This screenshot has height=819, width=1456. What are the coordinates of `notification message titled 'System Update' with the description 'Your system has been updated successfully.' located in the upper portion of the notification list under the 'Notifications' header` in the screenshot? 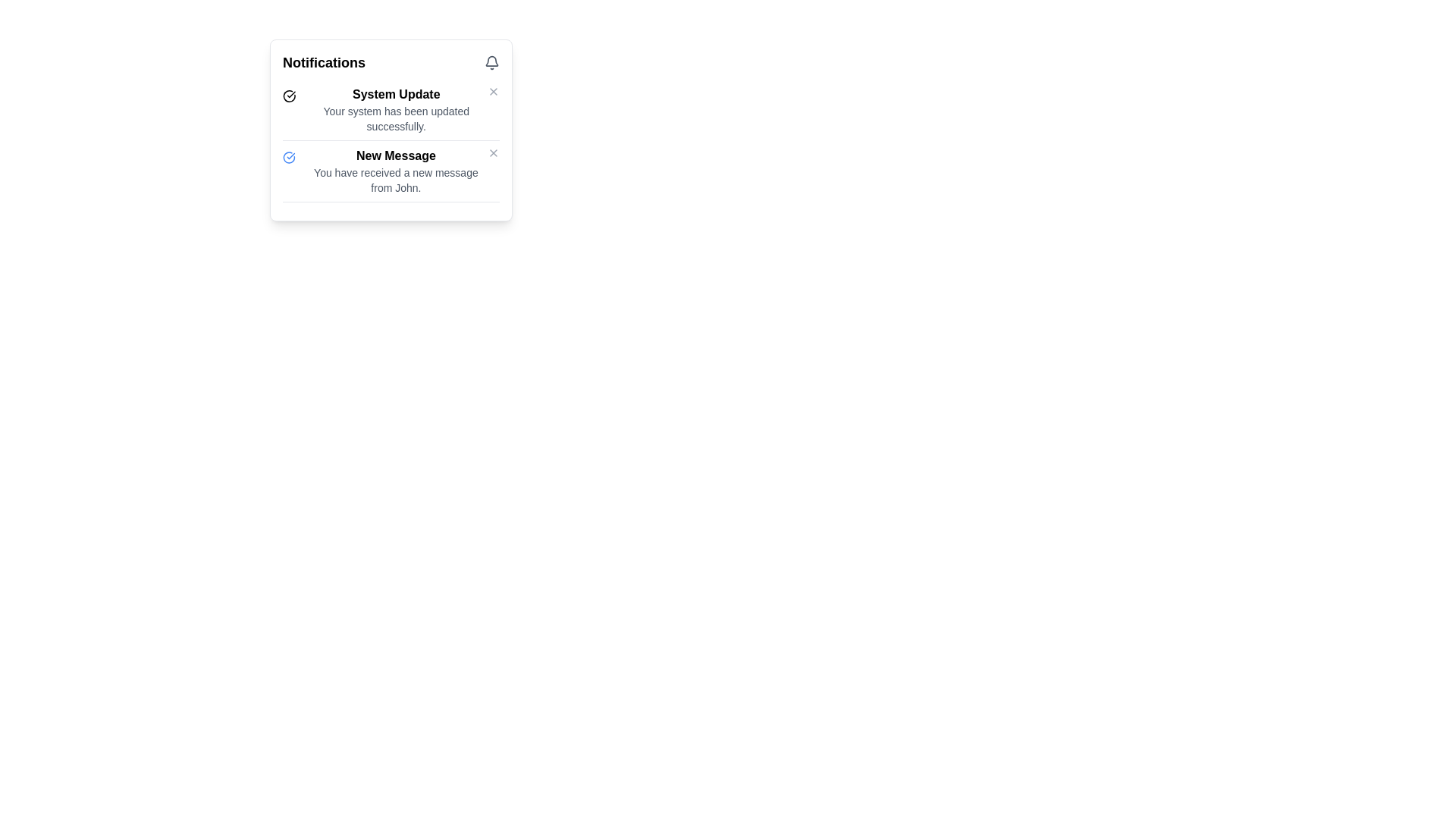 It's located at (396, 109).